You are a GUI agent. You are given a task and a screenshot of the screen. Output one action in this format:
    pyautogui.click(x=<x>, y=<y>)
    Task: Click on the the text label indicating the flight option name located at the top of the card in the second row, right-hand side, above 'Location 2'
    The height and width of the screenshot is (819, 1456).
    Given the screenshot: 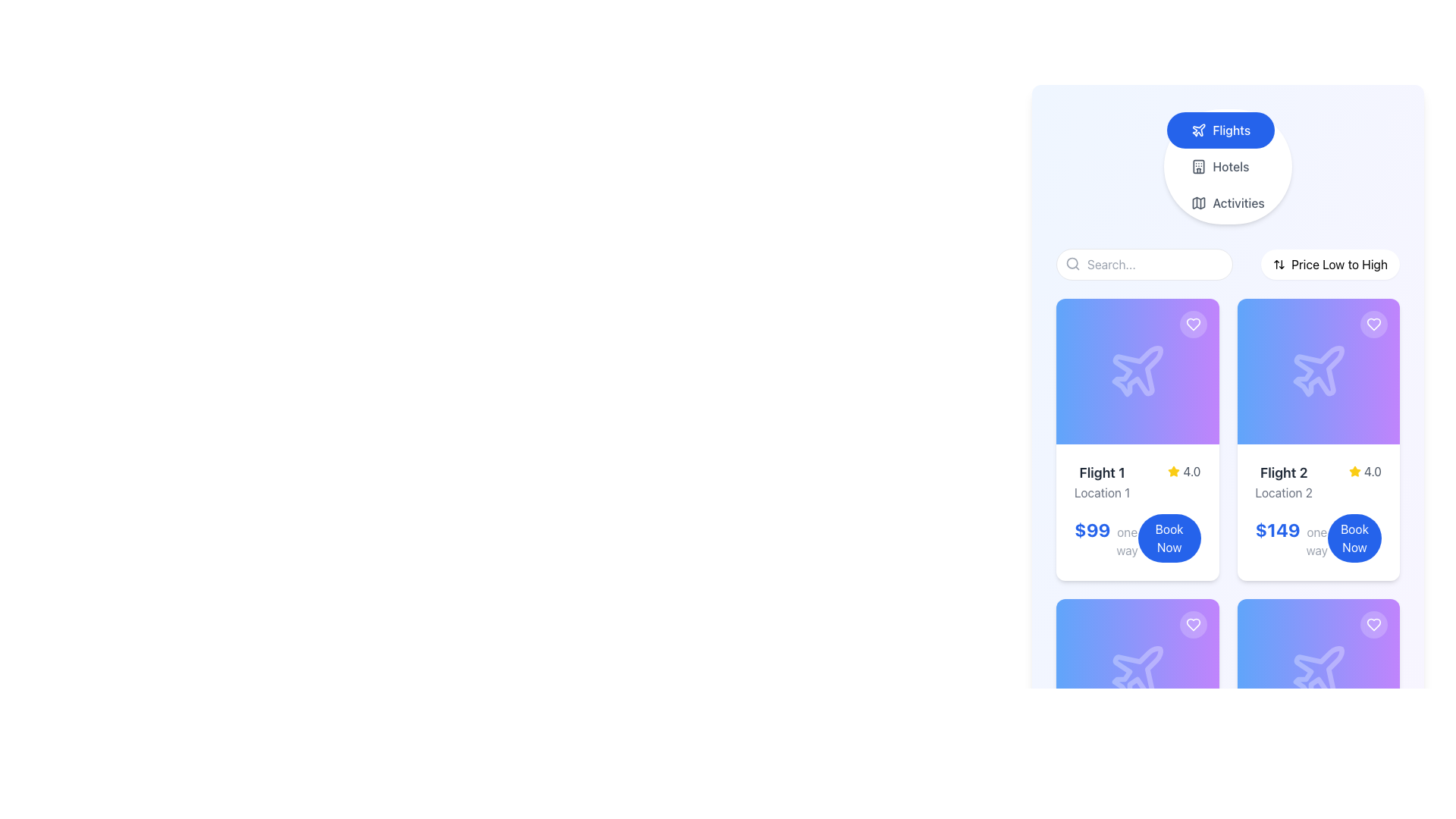 What is the action you would take?
    pyautogui.click(x=1283, y=472)
    